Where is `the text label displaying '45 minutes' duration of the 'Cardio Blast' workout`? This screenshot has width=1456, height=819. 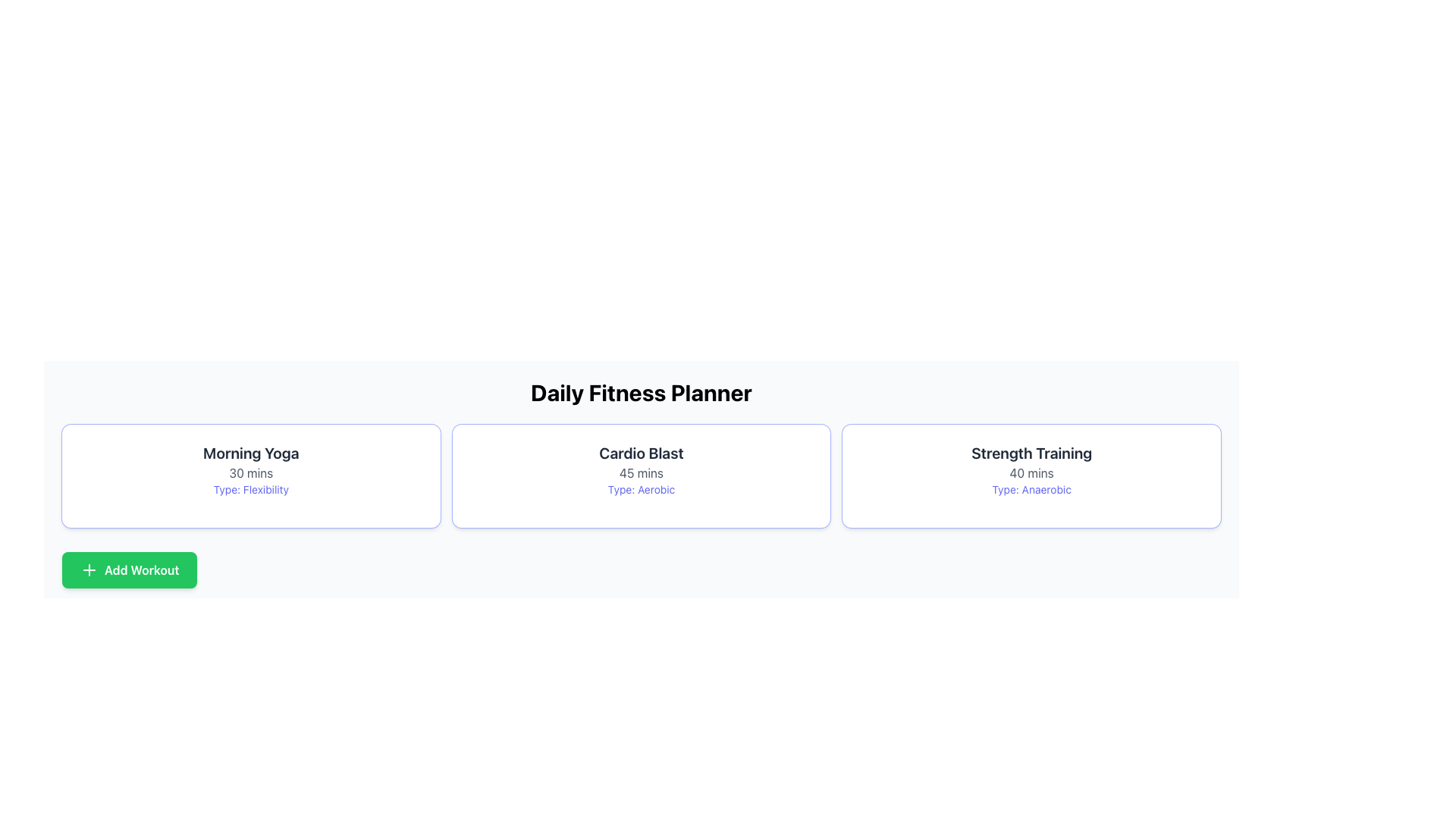
the text label displaying '45 minutes' duration of the 'Cardio Blast' workout is located at coordinates (641, 472).